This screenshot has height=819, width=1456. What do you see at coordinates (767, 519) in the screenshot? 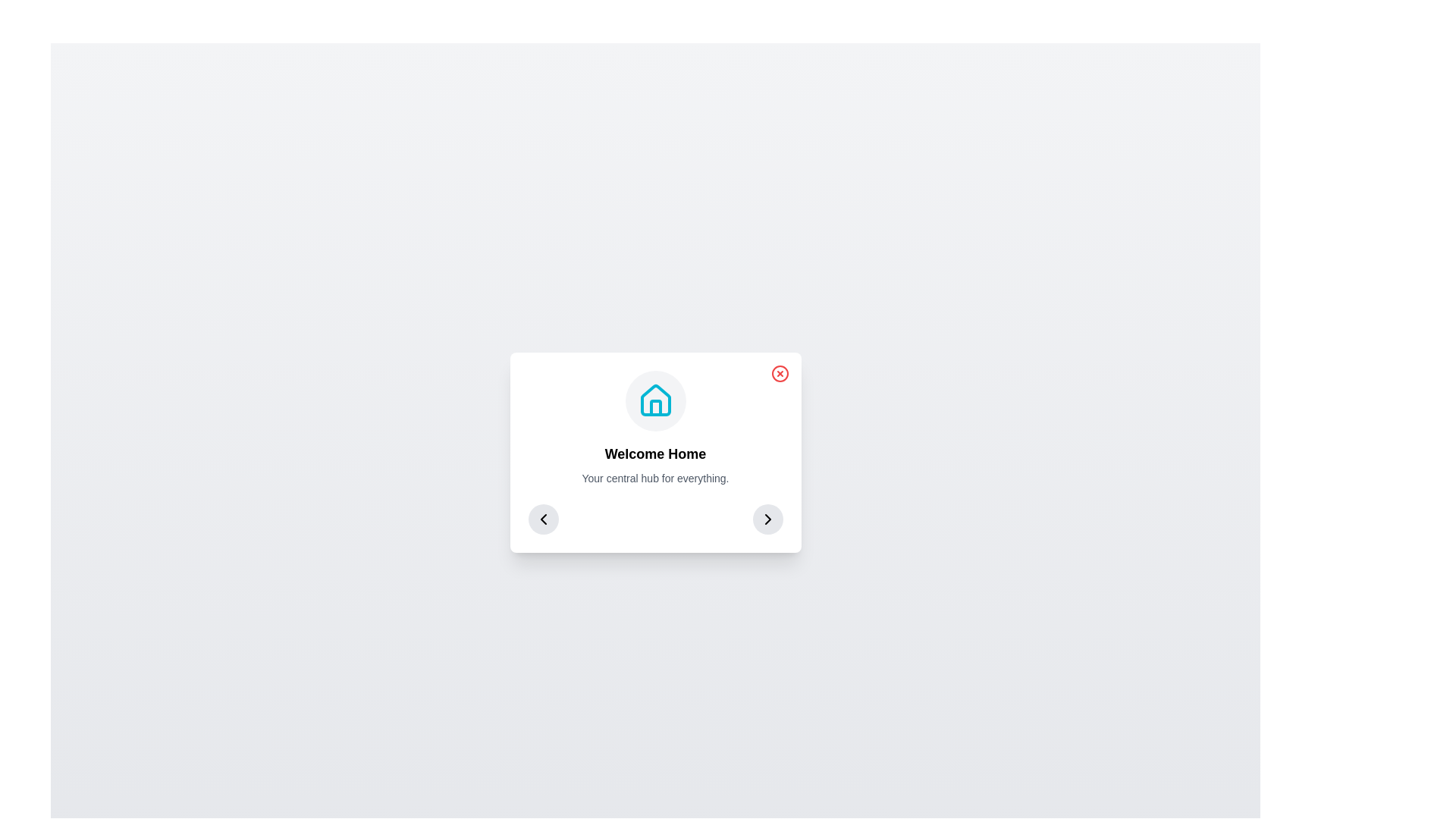
I see `the right-pointing chevron icon located at the center of a circular button with a light gray background in the bottom-right corner of a card interface` at bounding box center [767, 519].